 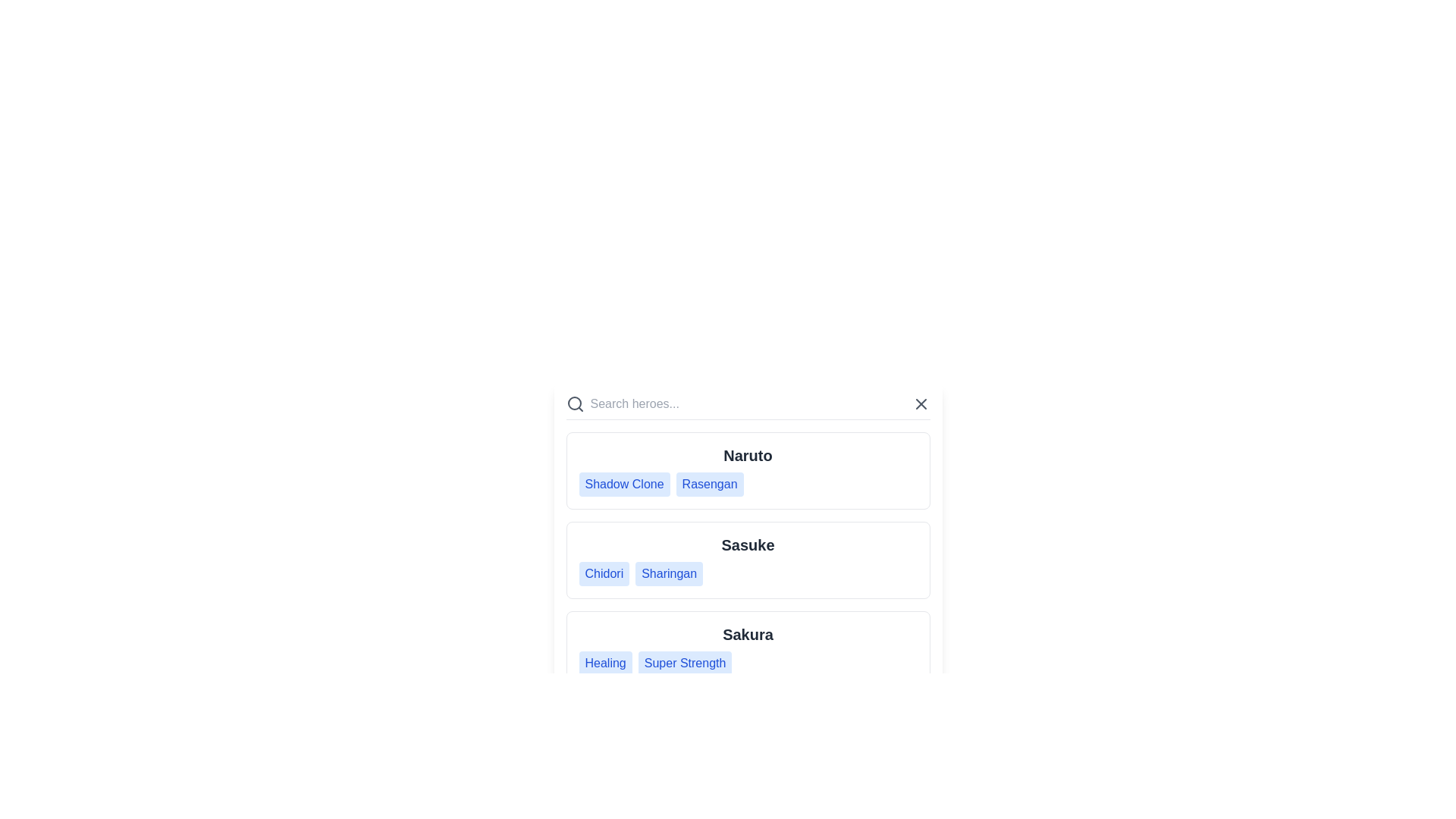 What do you see at coordinates (668, 573) in the screenshot?
I see `label 'Sharingan' from the rectangular badge with rounded corners, styled with a light blue background and blue text, located in the 'Sasuke' section of the interface` at bounding box center [668, 573].